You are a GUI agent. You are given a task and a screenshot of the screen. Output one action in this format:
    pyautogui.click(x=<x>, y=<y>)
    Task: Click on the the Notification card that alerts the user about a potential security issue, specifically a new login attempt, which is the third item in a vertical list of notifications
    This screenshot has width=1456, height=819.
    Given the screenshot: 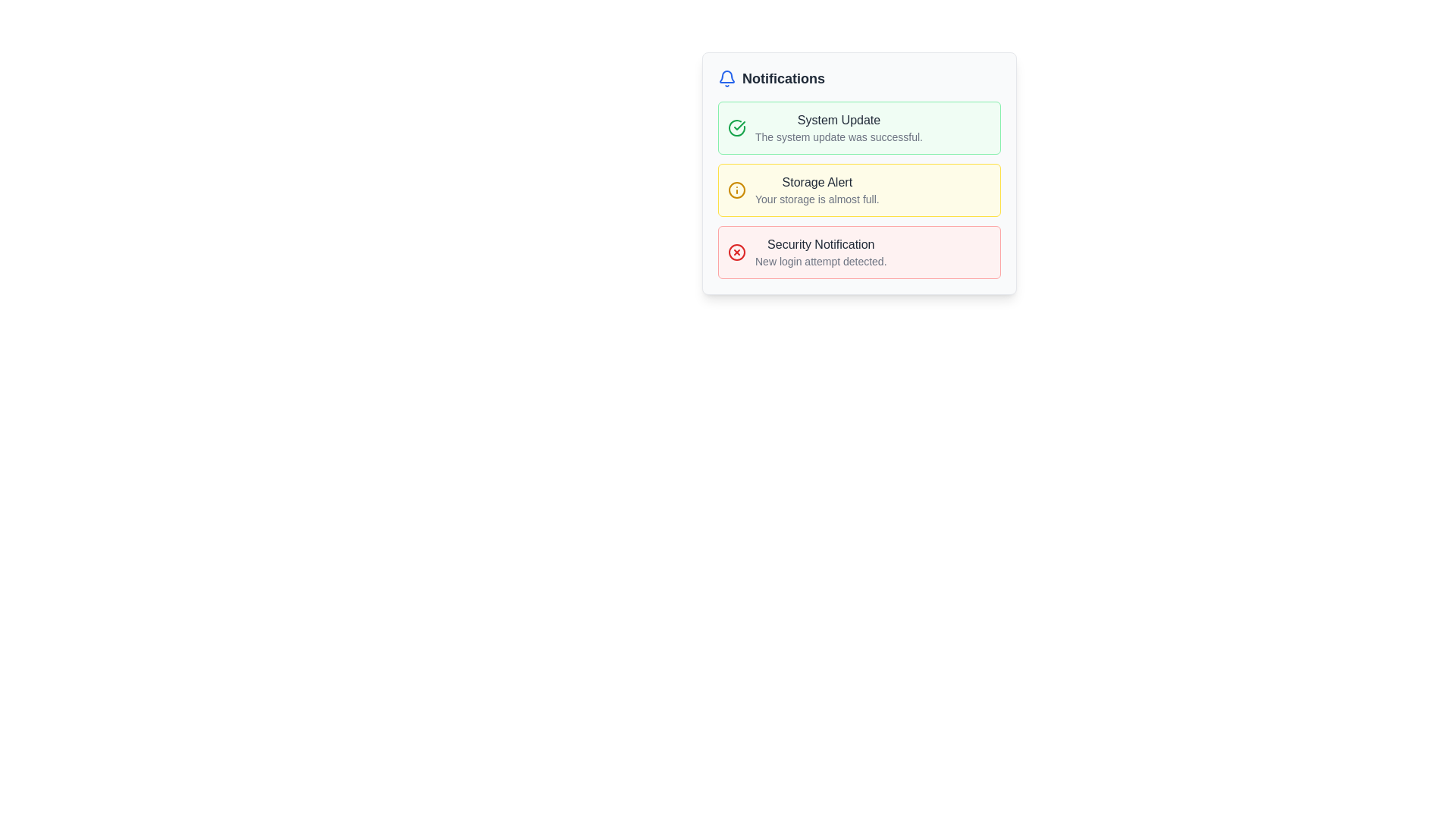 What is the action you would take?
    pyautogui.click(x=859, y=251)
    